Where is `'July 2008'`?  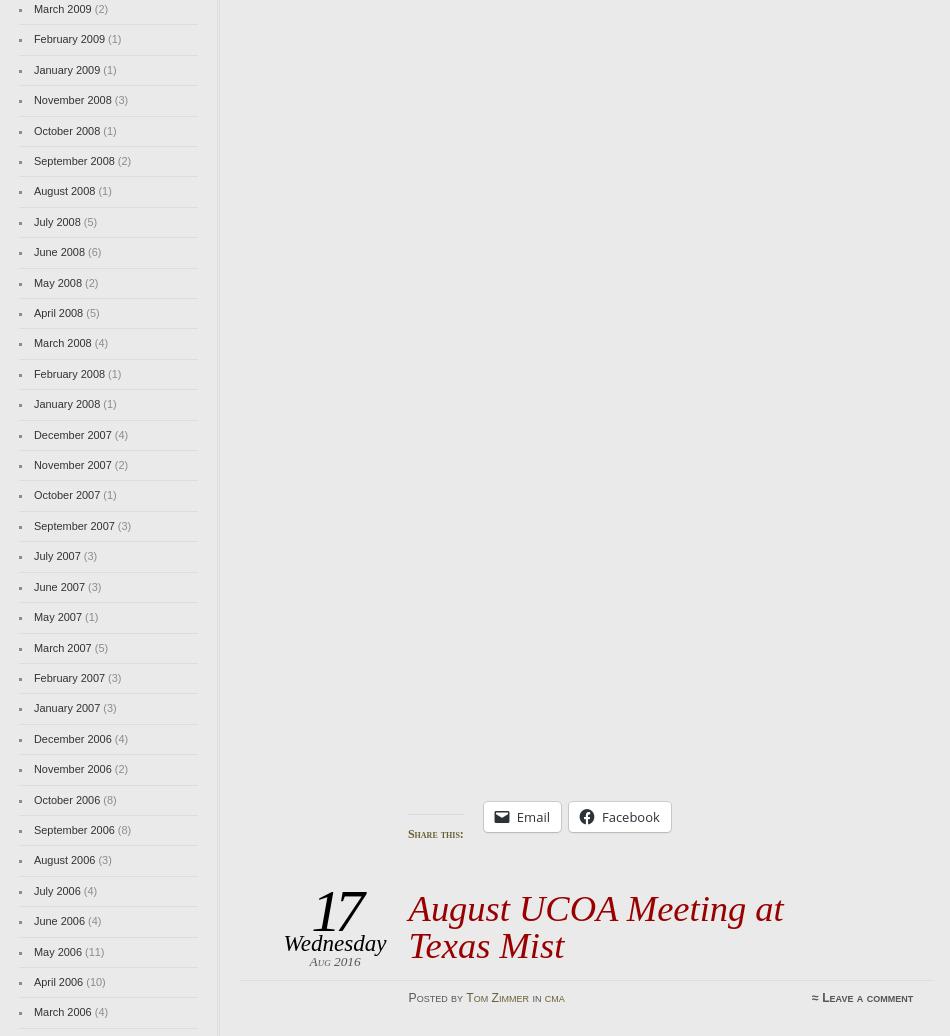 'July 2008' is located at coordinates (32, 220).